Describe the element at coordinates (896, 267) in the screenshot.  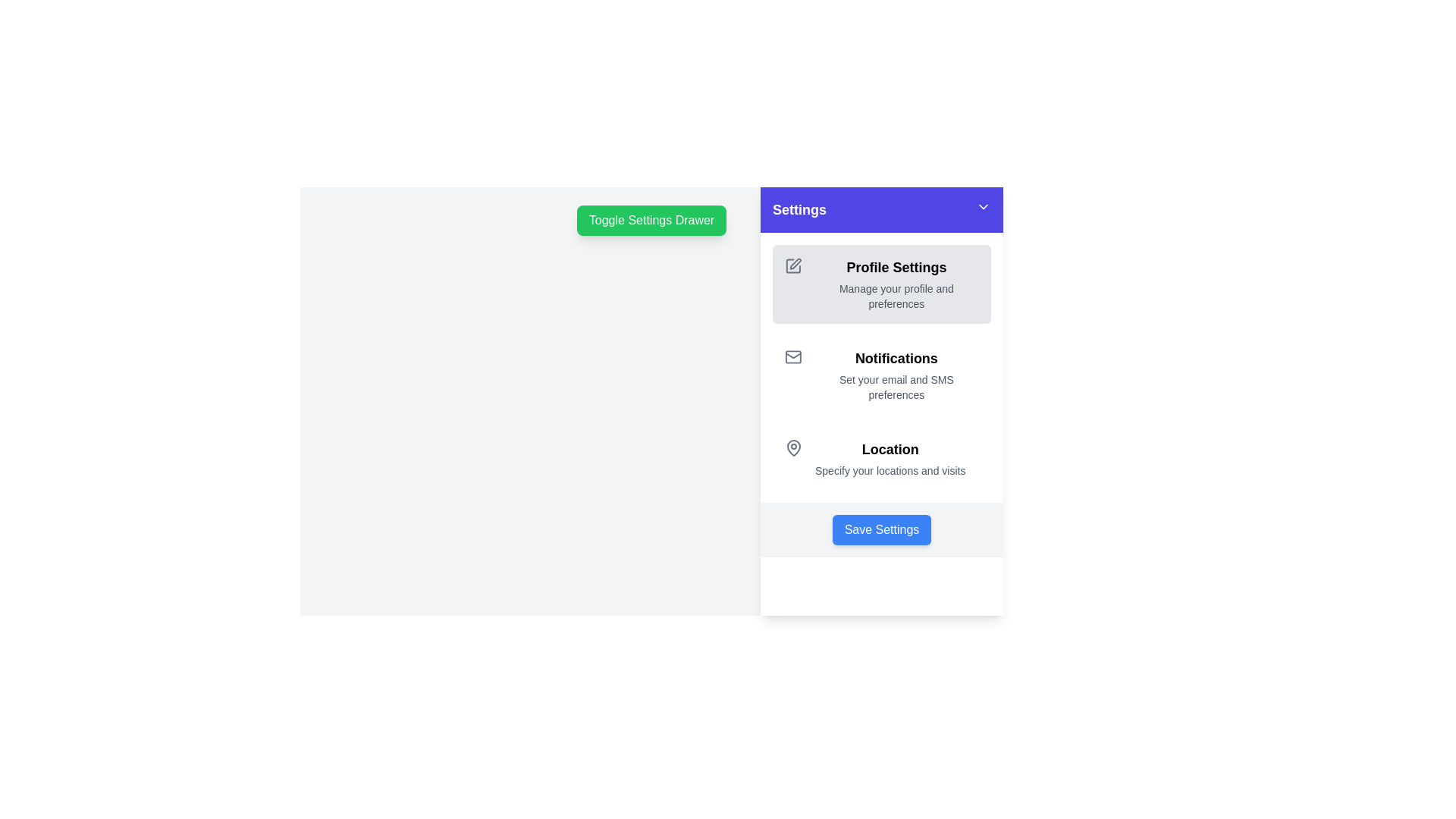
I see `the bold text label 'Profile Settings' located at the top of the settings panel in the right section of the interface` at that location.